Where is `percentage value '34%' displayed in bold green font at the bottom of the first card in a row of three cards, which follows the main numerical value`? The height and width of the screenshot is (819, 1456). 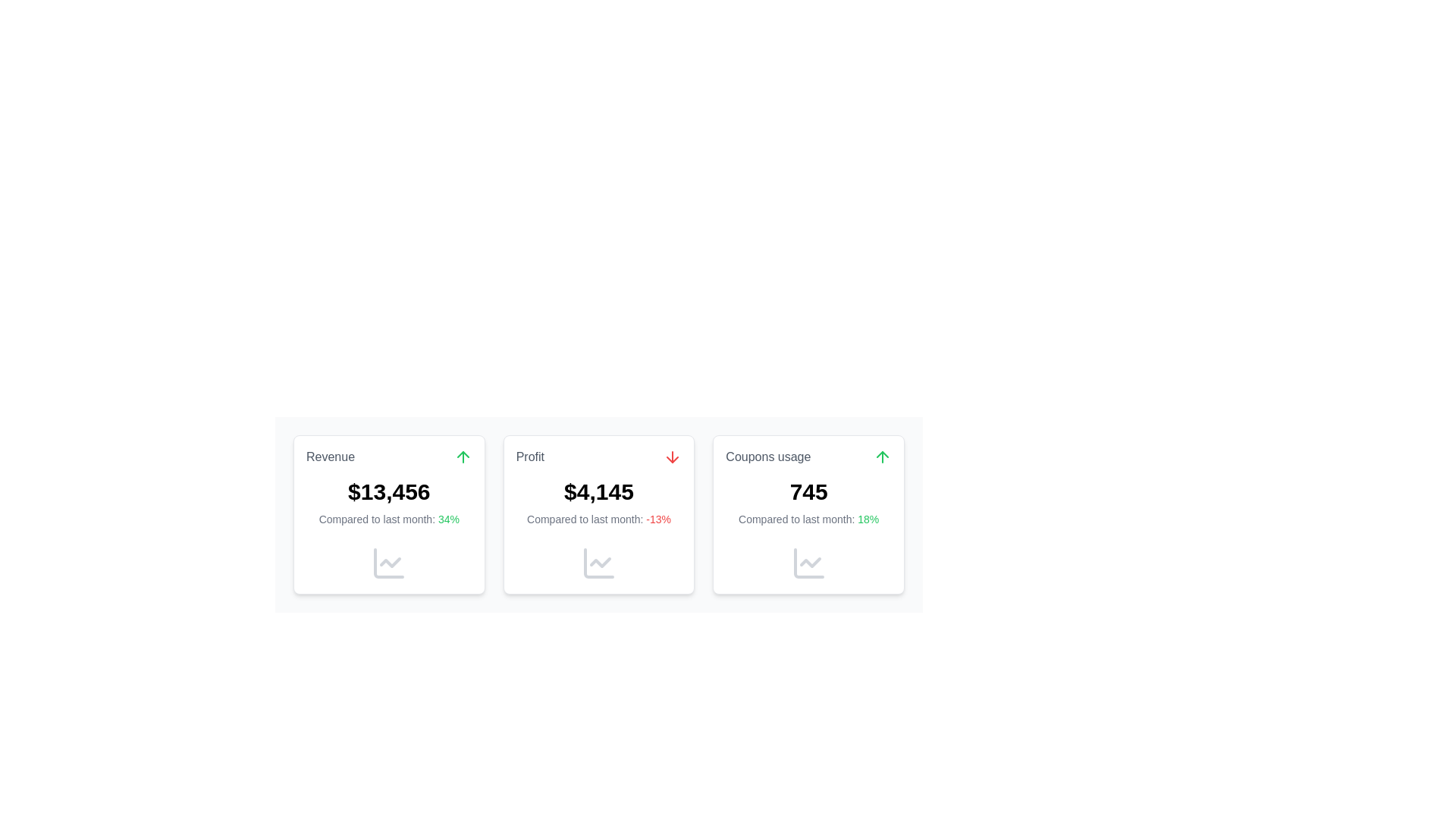
percentage value '34%' displayed in bold green font at the bottom of the first card in a row of three cards, which follows the main numerical value is located at coordinates (447, 519).